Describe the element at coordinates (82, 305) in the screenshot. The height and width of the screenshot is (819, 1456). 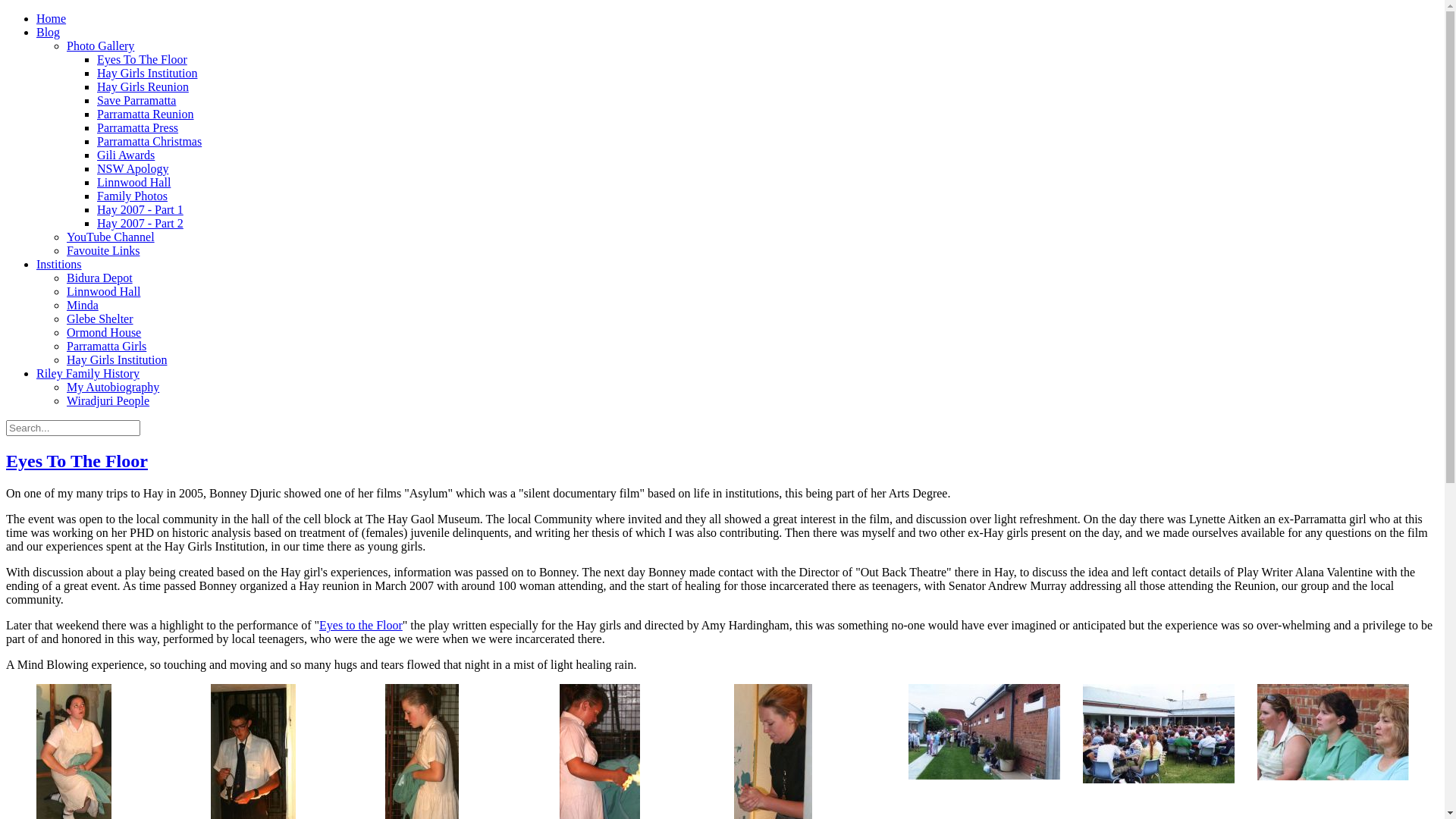
I see `'Minda'` at that location.